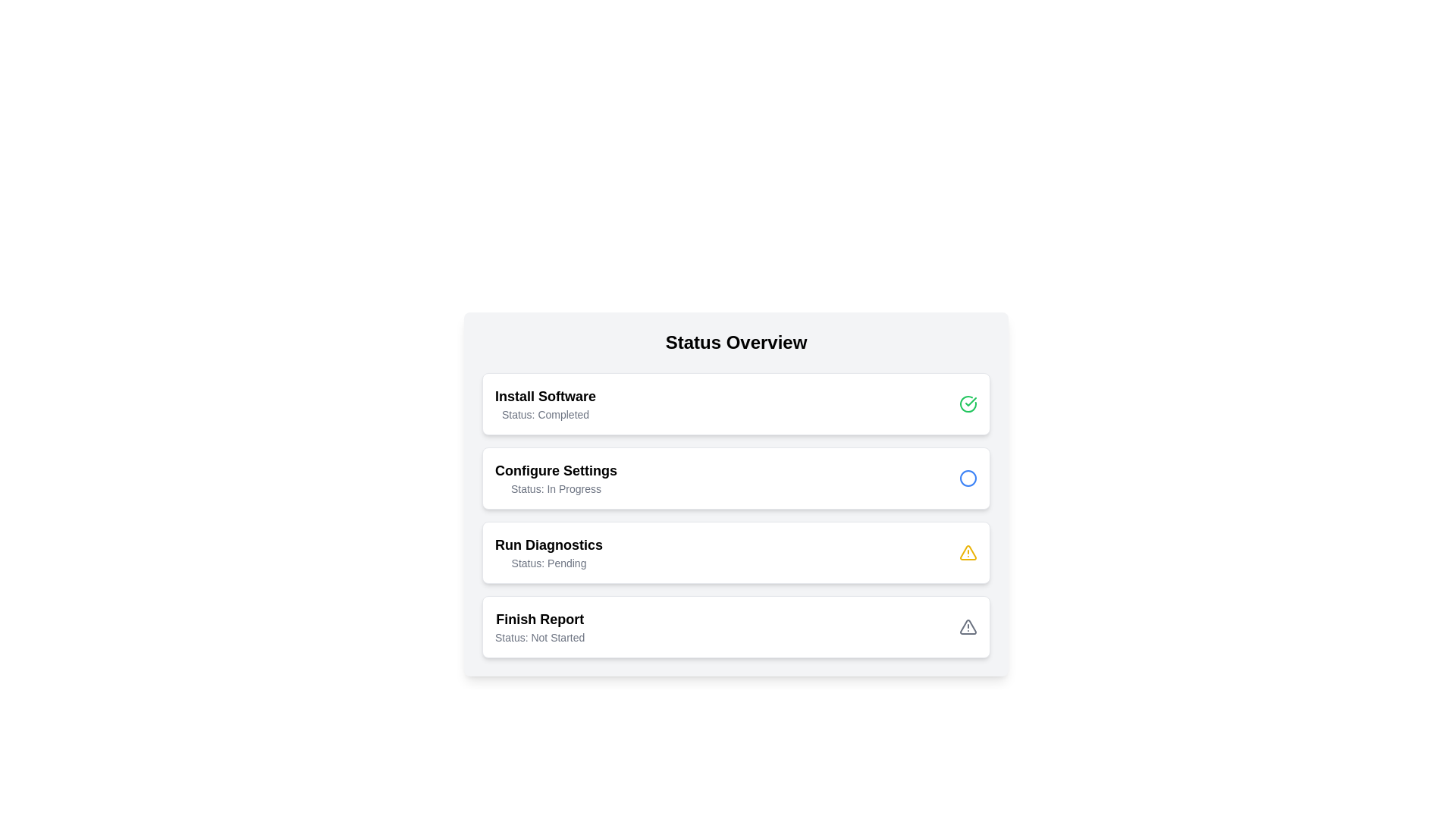 The image size is (1456, 819). What do you see at coordinates (548, 563) in the screenshot?
I see `the text display element that shows 'Status: Pending', located below the heading 'Run Diagnostics'` at bounding box center [548, 563].